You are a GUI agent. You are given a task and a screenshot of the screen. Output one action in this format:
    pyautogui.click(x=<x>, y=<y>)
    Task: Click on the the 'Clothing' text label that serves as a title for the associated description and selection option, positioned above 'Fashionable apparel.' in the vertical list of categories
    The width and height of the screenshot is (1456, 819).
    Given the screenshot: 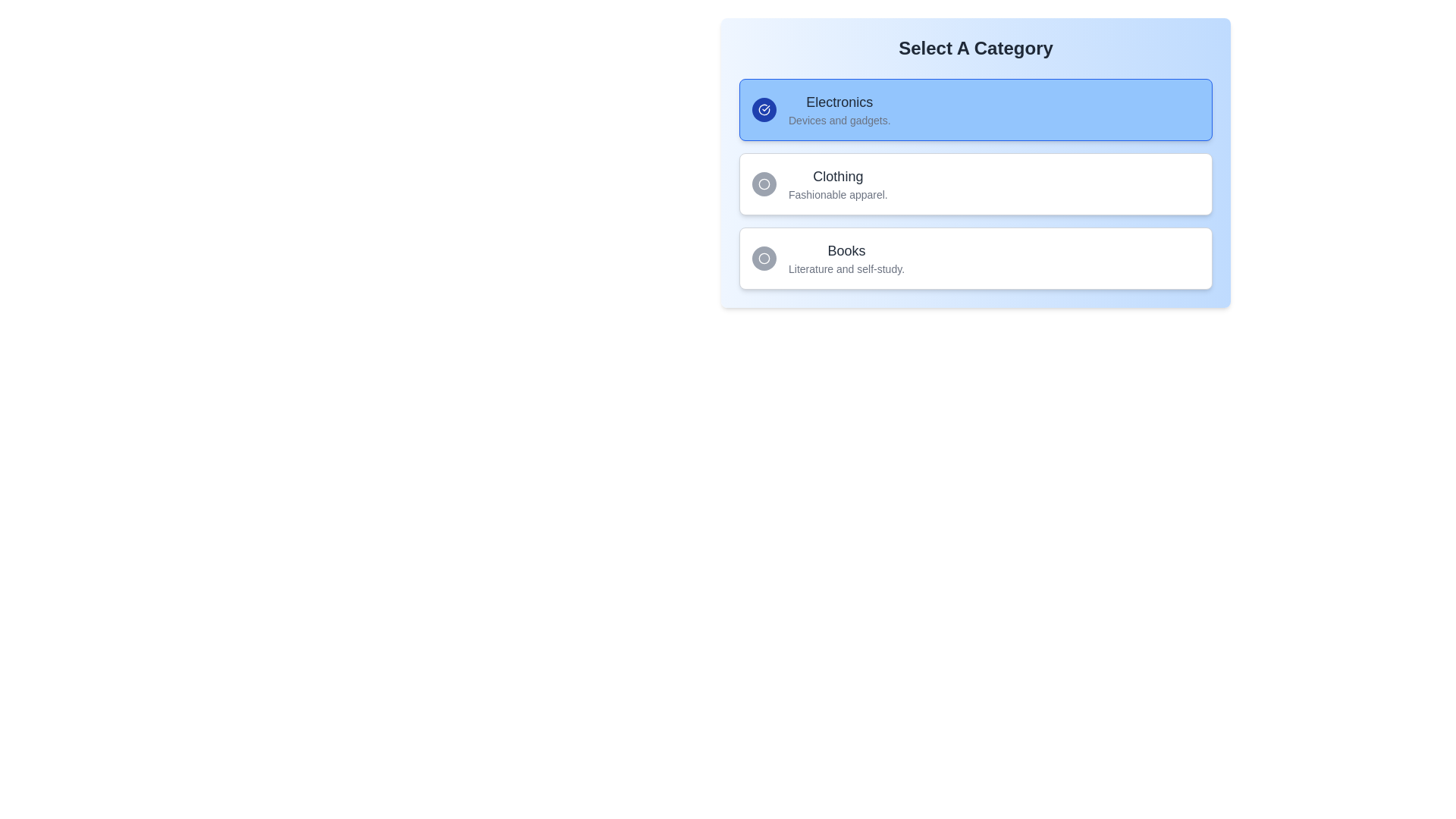 What is the action you would take?
    pyautogui.click(x=837, y=175)
    